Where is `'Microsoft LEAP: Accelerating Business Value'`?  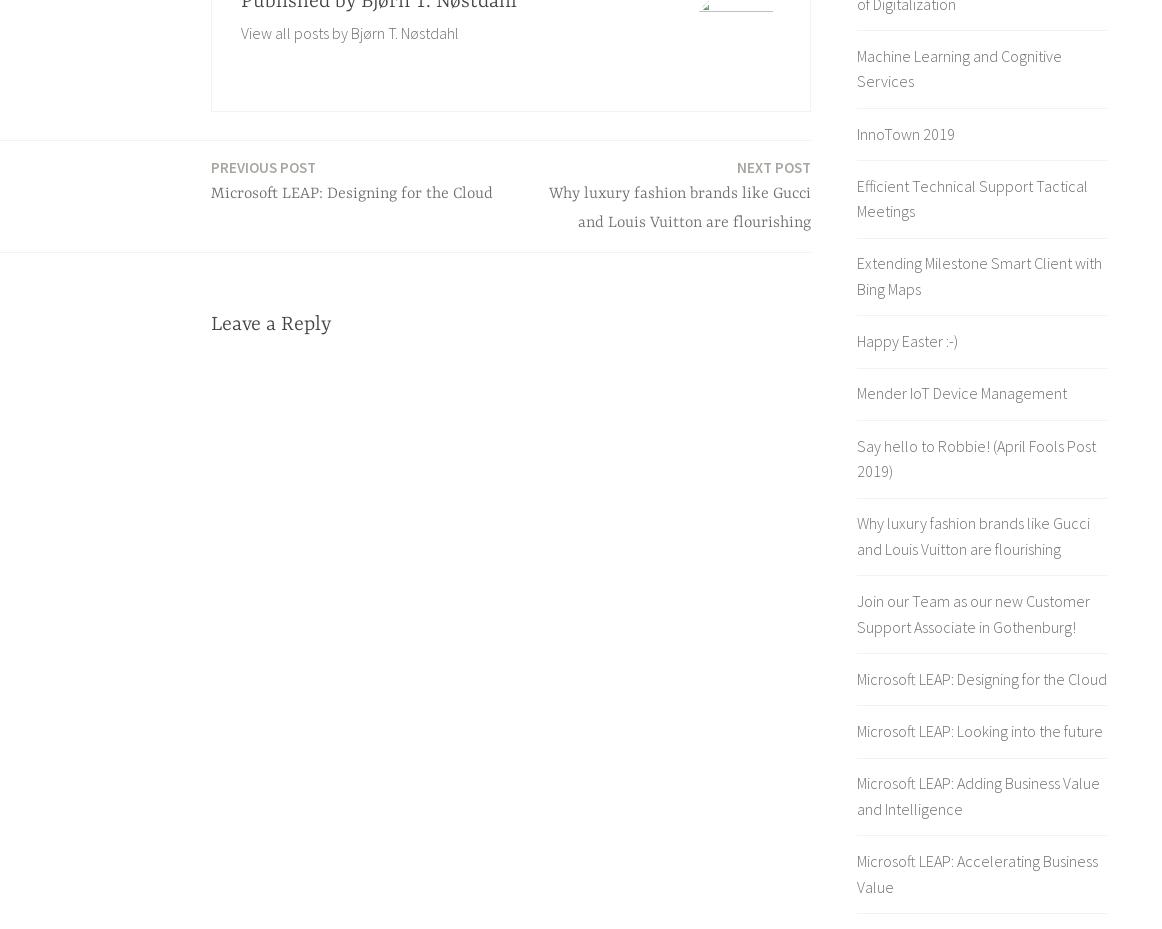 'Microsoft LEAP: Accelerating Business Value' is located at coordinates (976, 873).